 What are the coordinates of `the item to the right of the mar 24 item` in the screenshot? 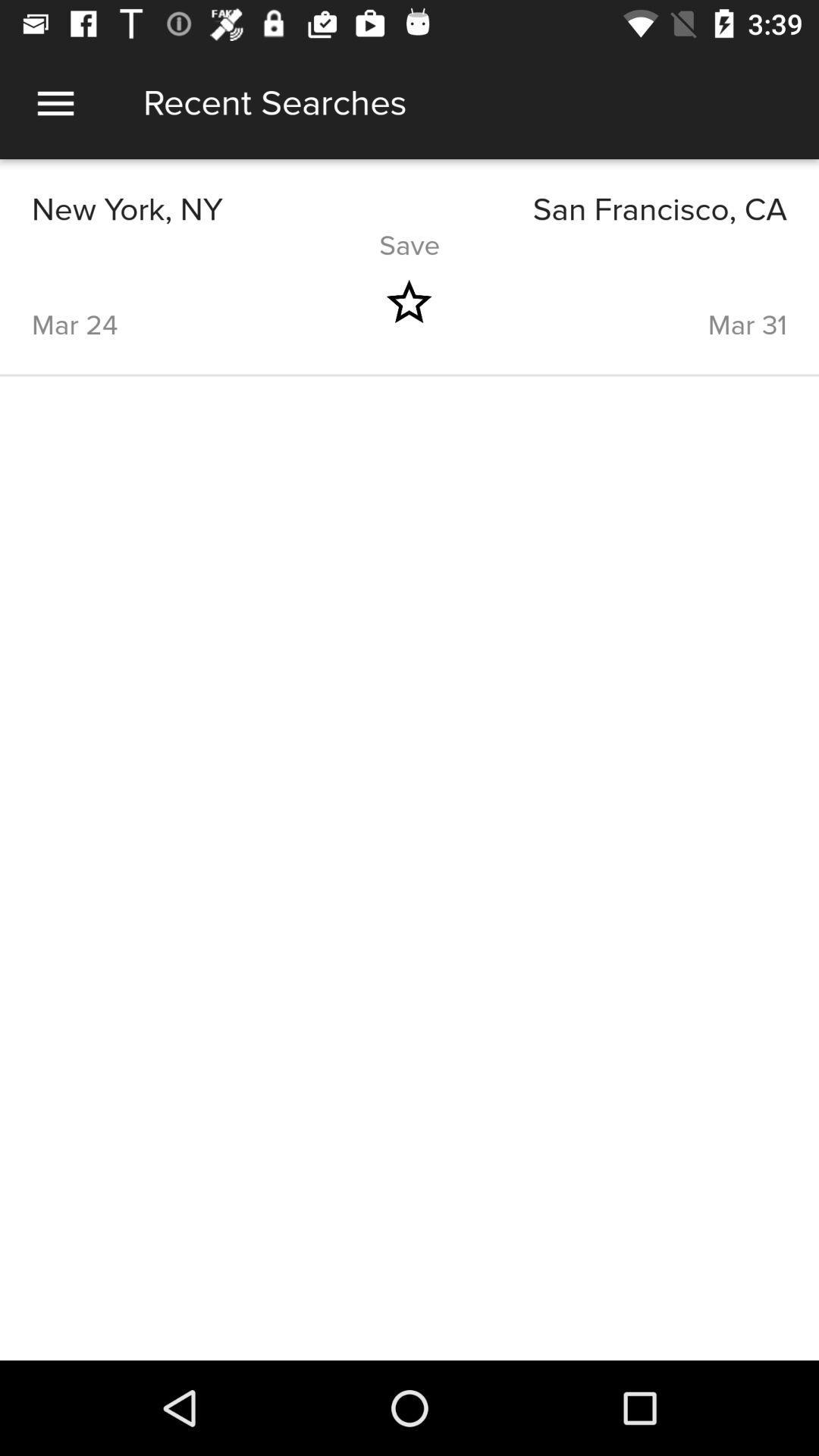 It's located at (408, 302).